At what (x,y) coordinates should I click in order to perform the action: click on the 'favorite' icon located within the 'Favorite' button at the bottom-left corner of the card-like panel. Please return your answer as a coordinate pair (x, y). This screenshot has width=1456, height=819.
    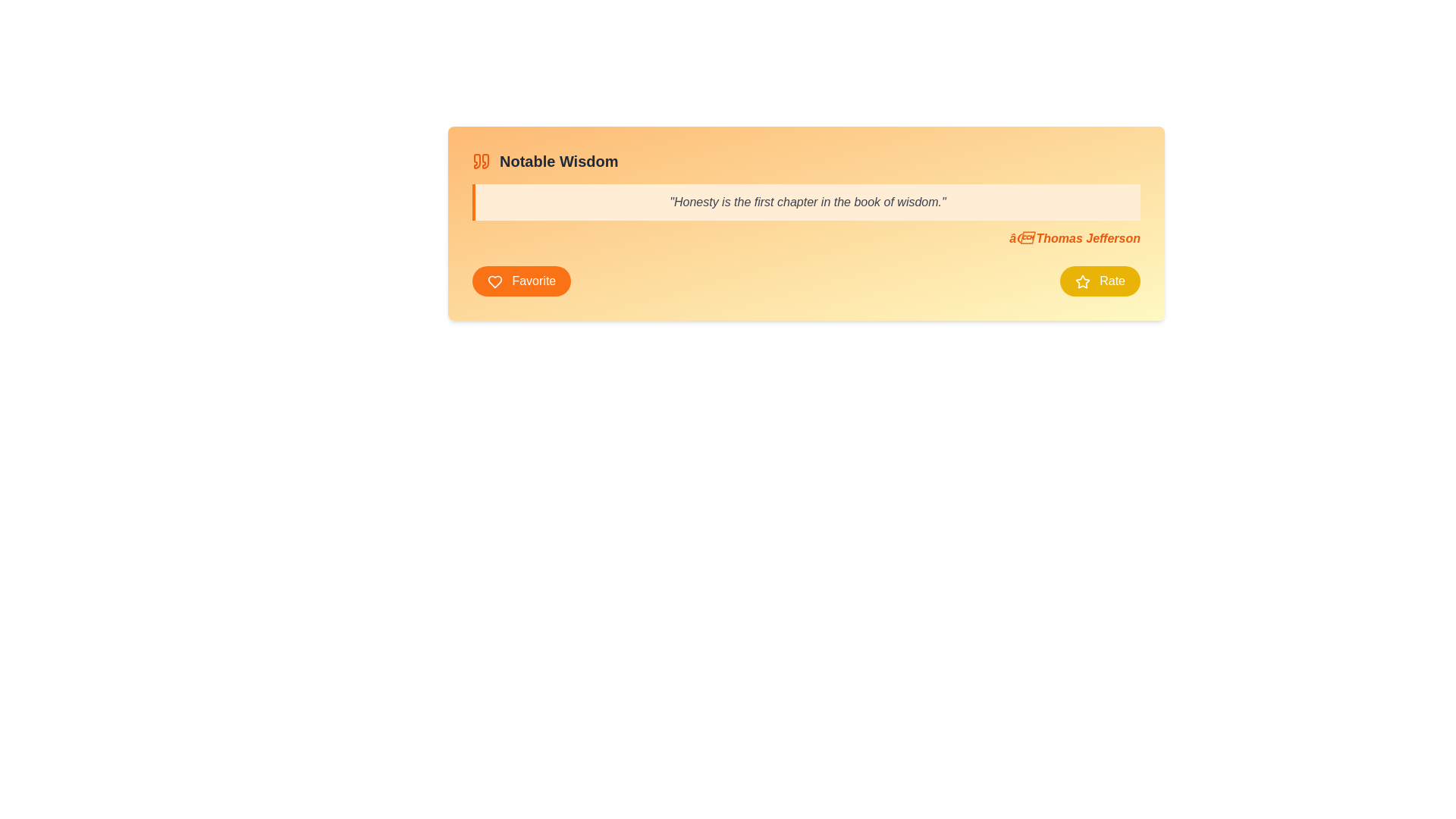
    Looking at the image, I should click on (494, 281).